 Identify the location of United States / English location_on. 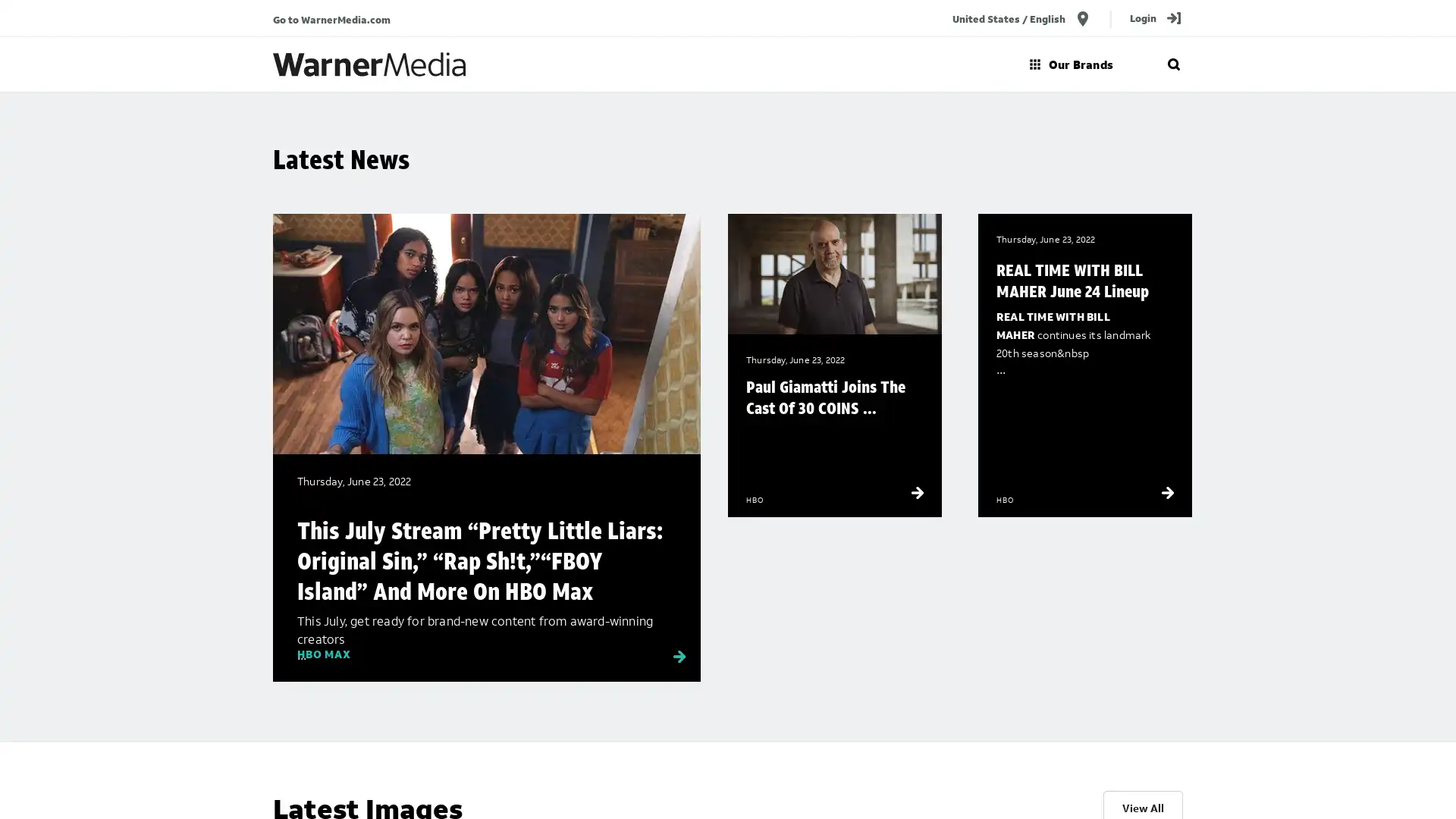
(1022, 20).